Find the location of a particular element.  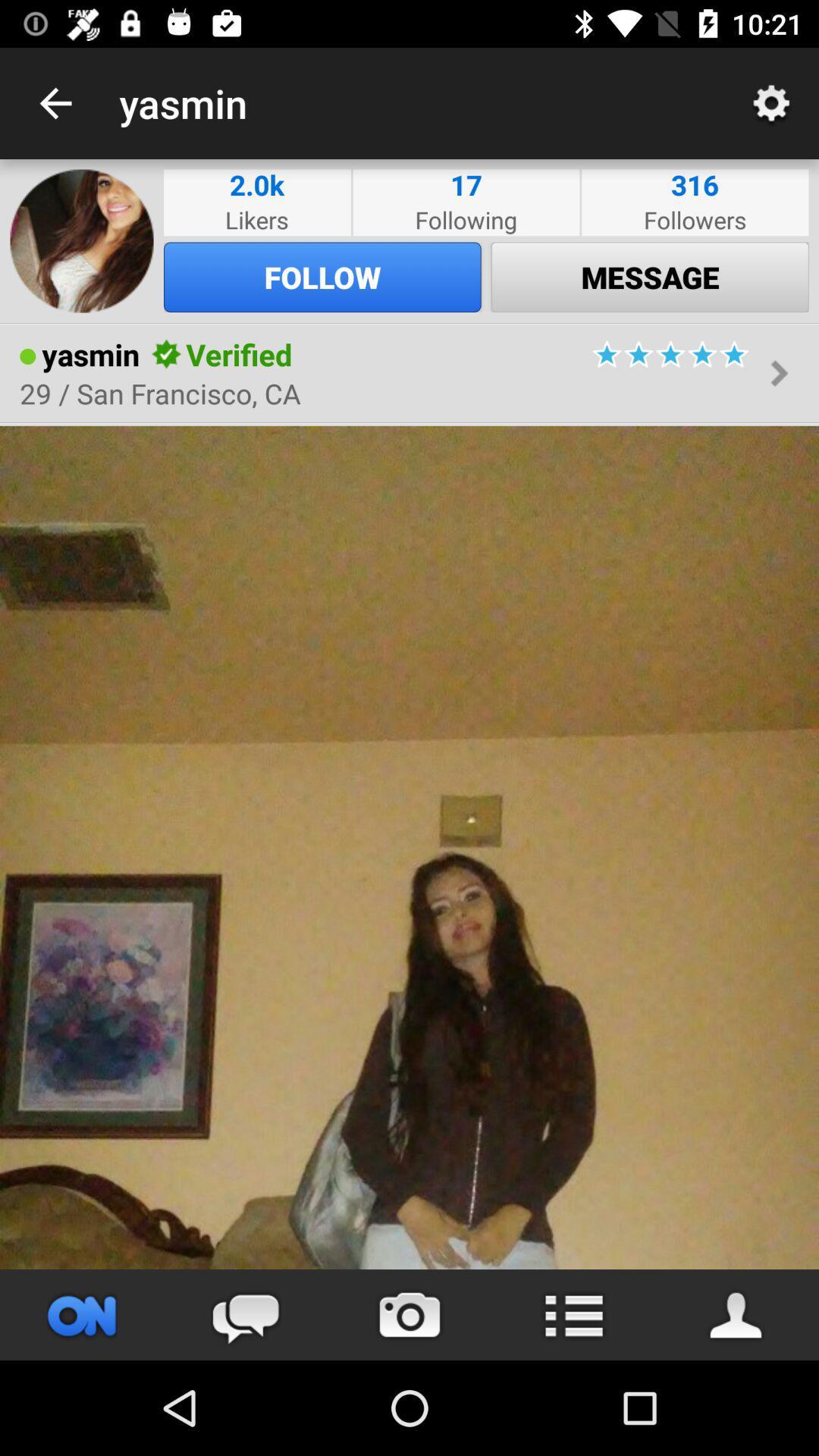

click photo is located at coordinates (409, 846).